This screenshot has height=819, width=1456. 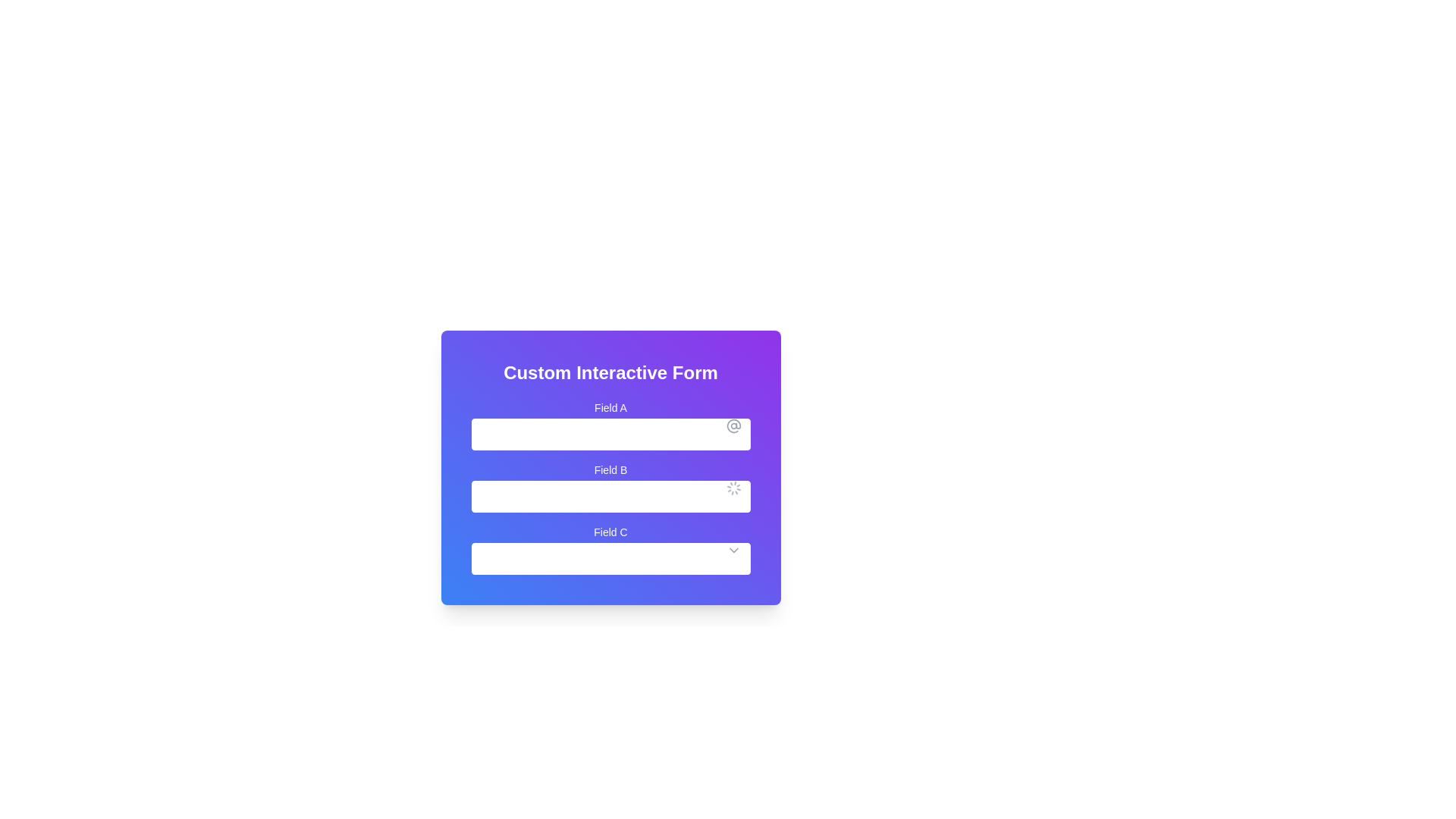 I want to click on the Text label that describes the first input field in the form, located above the input box, so click(x=610, y=406).